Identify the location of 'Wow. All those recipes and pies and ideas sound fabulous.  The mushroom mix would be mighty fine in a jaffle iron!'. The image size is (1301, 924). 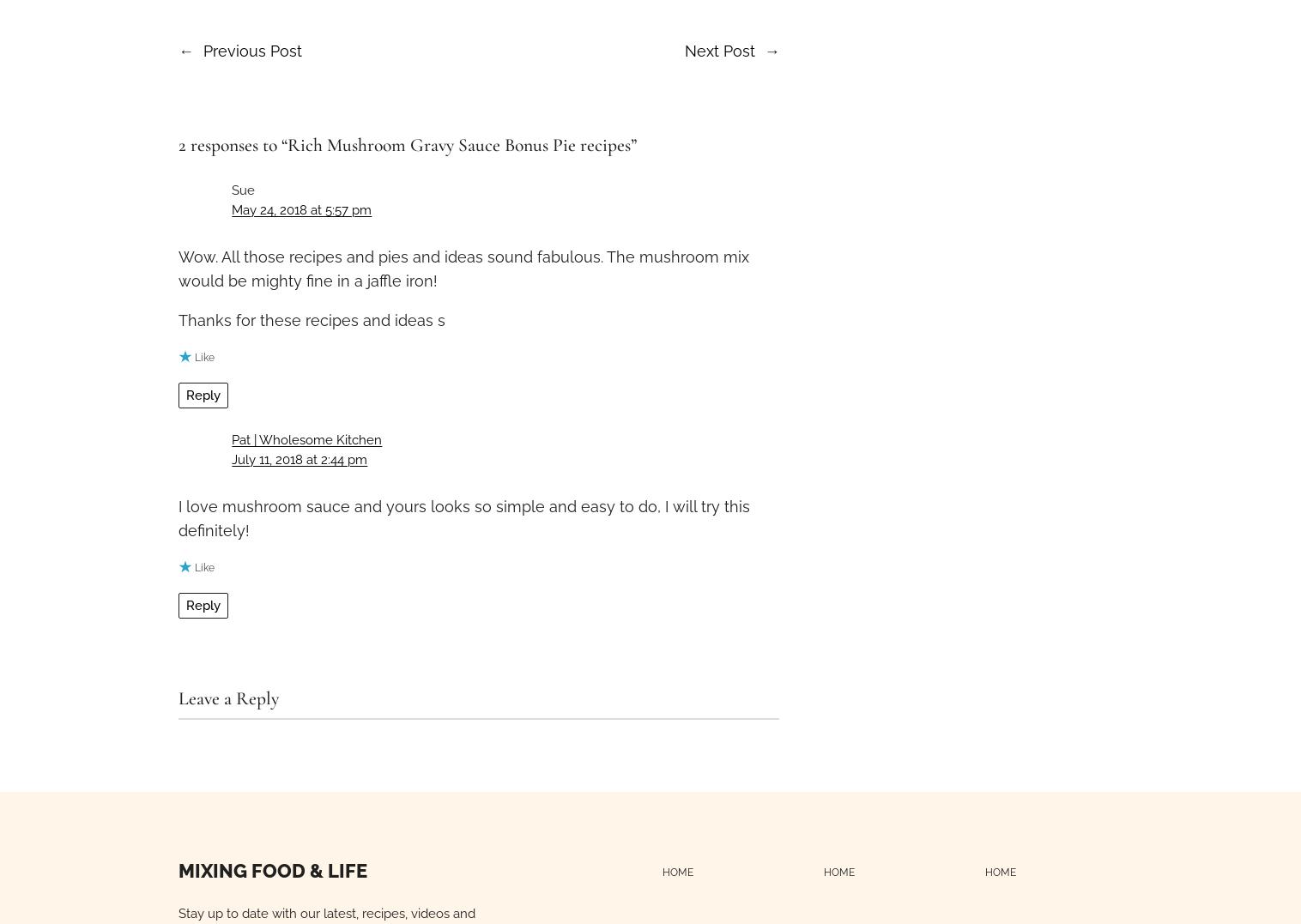
(463, 269).